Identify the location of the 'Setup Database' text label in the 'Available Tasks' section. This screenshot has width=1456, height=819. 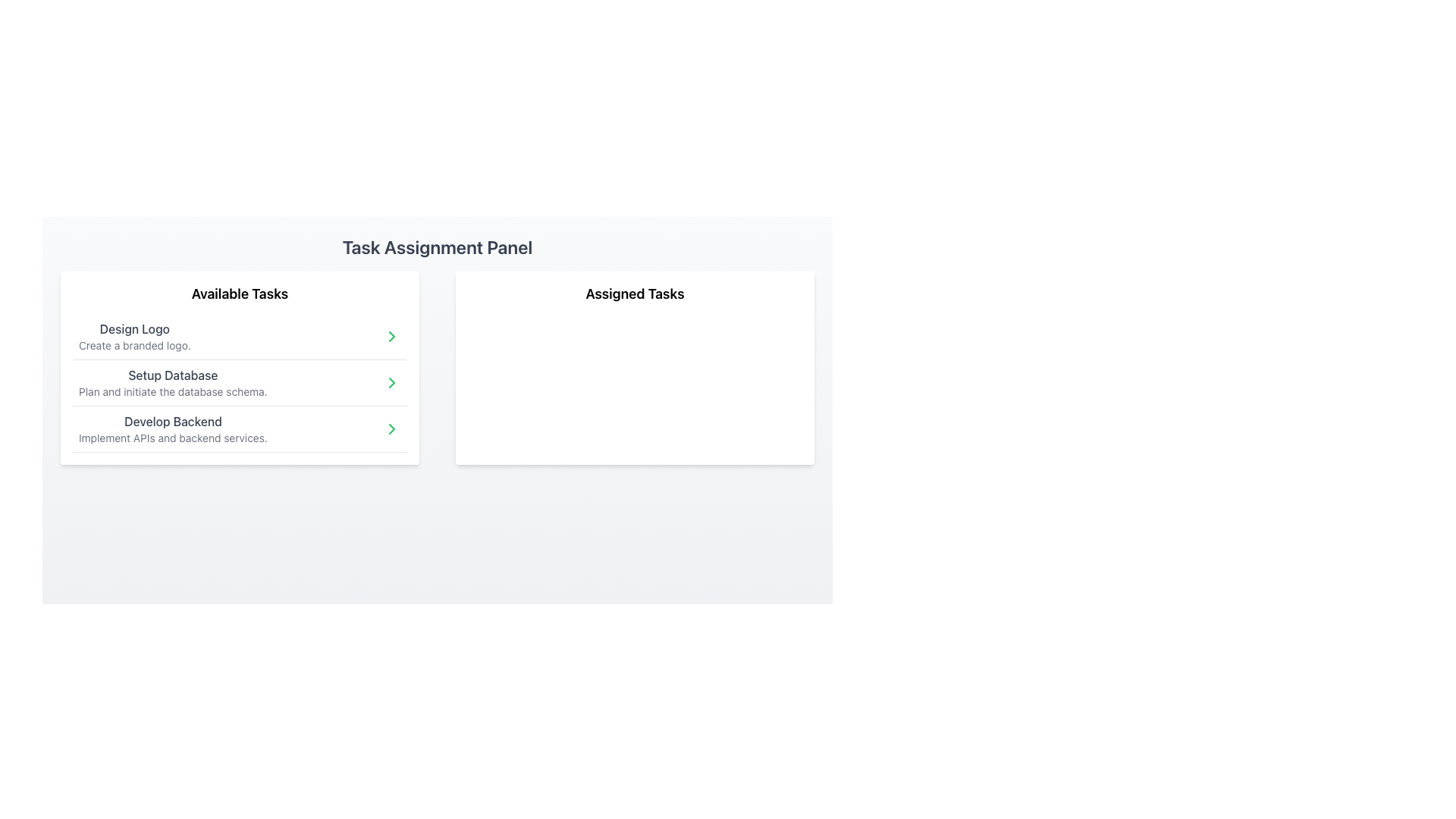
(173, 375).